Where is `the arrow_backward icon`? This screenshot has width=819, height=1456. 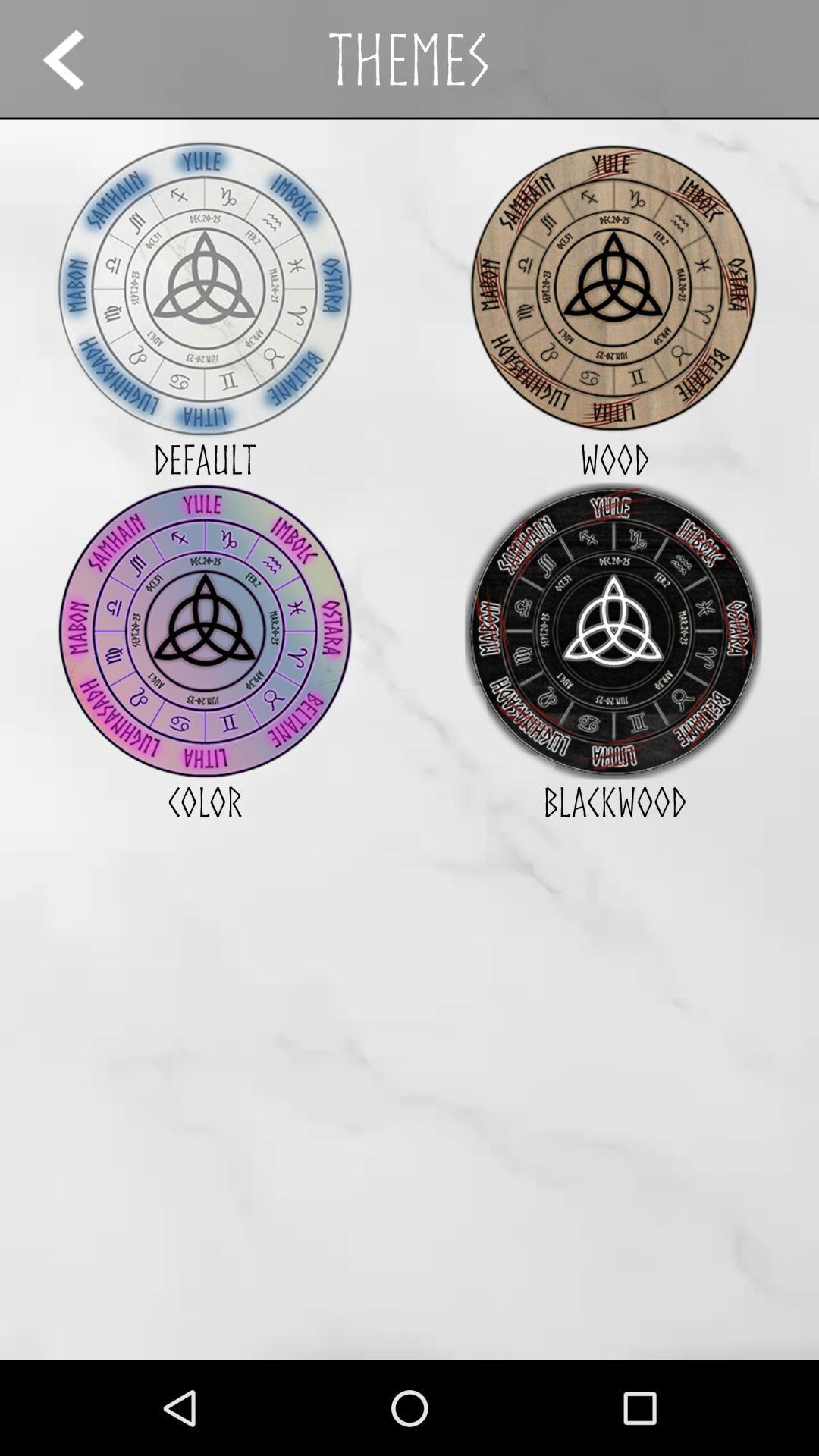
the arrow_backward icon is located at coordinates (77, 63).